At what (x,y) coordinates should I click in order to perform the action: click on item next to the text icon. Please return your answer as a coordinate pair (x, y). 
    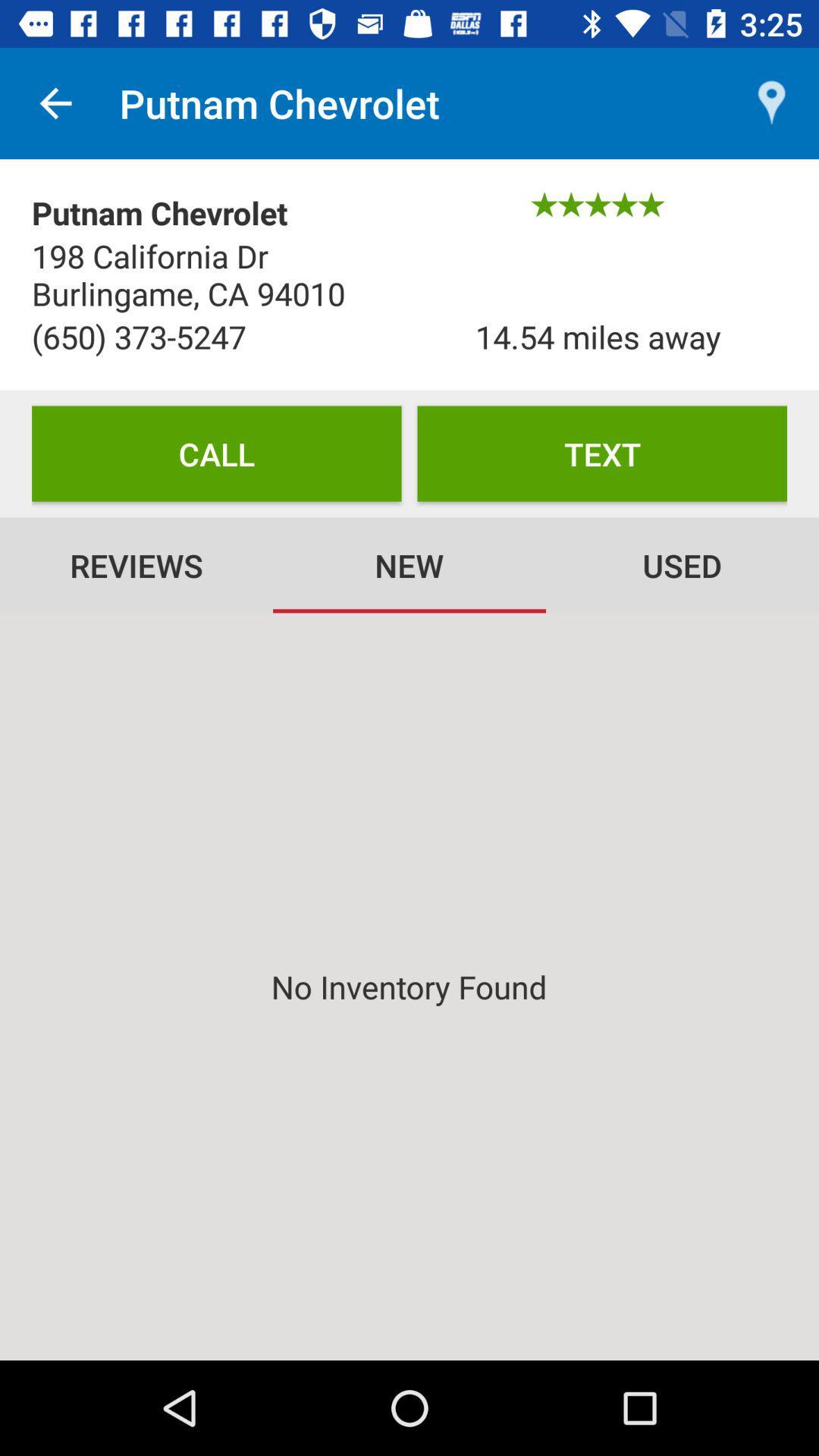
    Looking at the image, I should click on (216, 453).